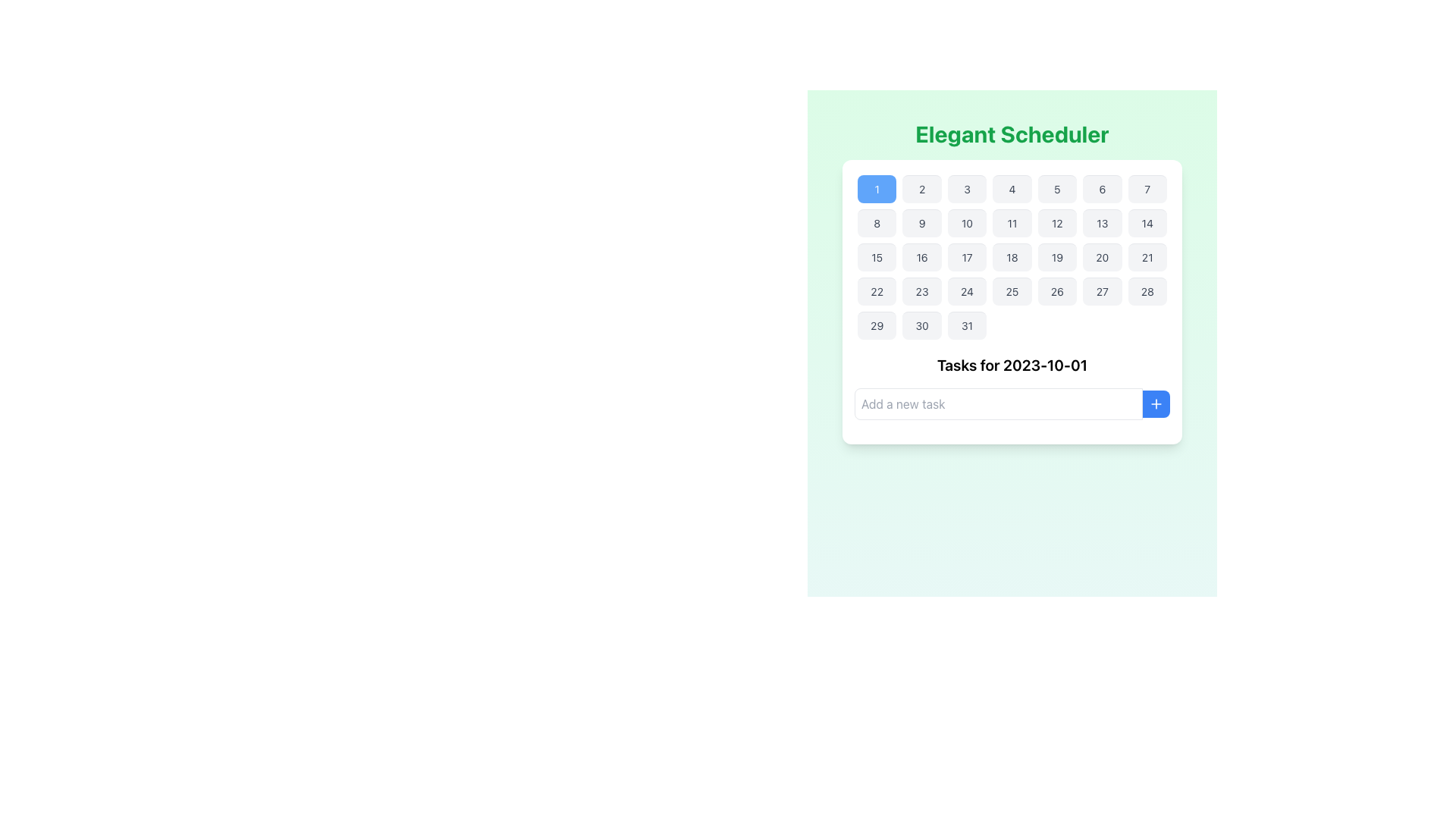 The width and height of the screenshot is (1456, 819). I want to click on the button in the calendar interface located in the third row and fourth column, so click(1012, 256).